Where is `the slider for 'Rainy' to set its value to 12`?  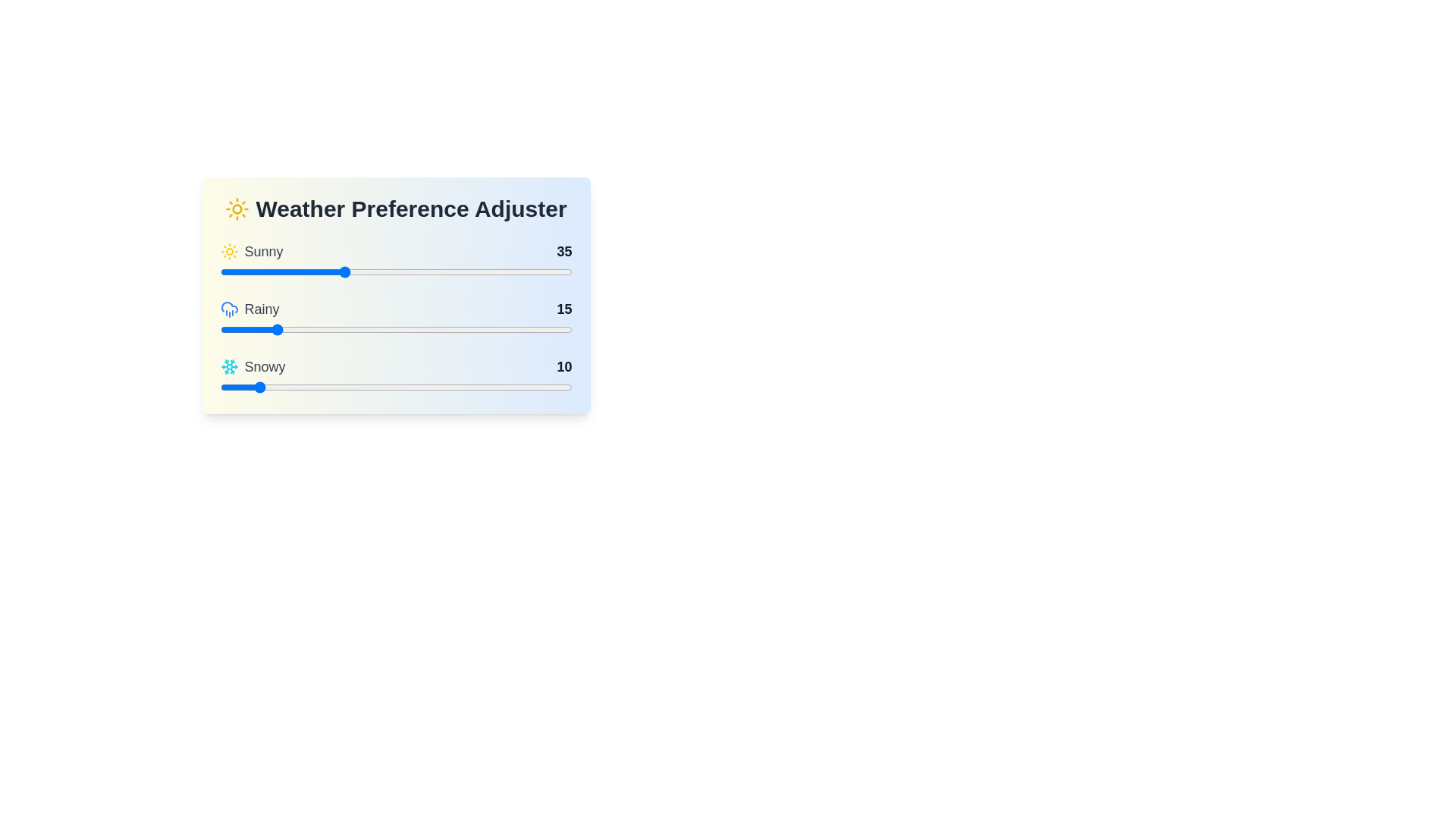
the slider for 'Rainy' to set its value to 12 is located at coordinates (262, 329).